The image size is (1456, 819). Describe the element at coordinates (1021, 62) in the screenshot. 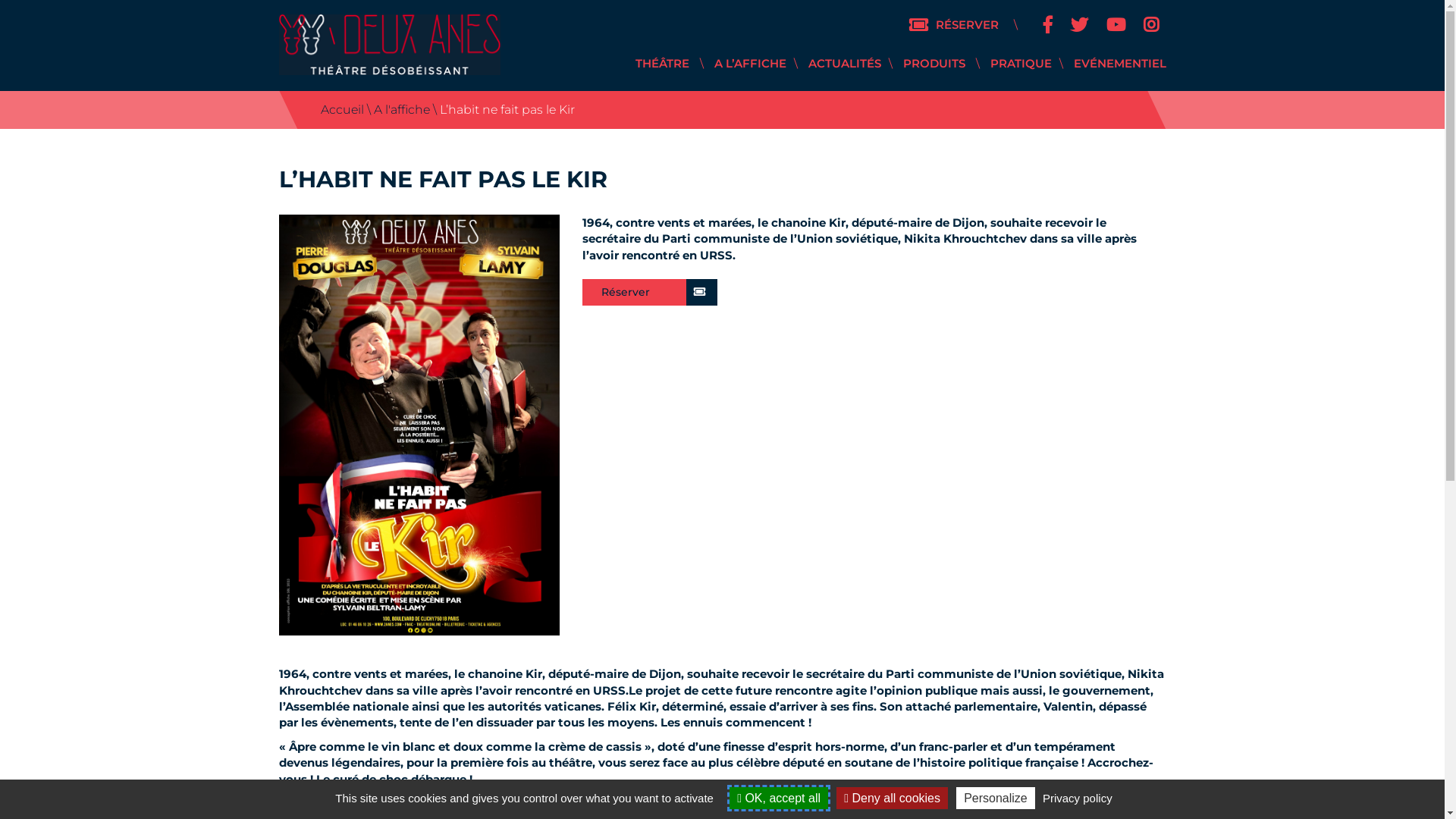

I see `'PRATIQUE'` at that location.